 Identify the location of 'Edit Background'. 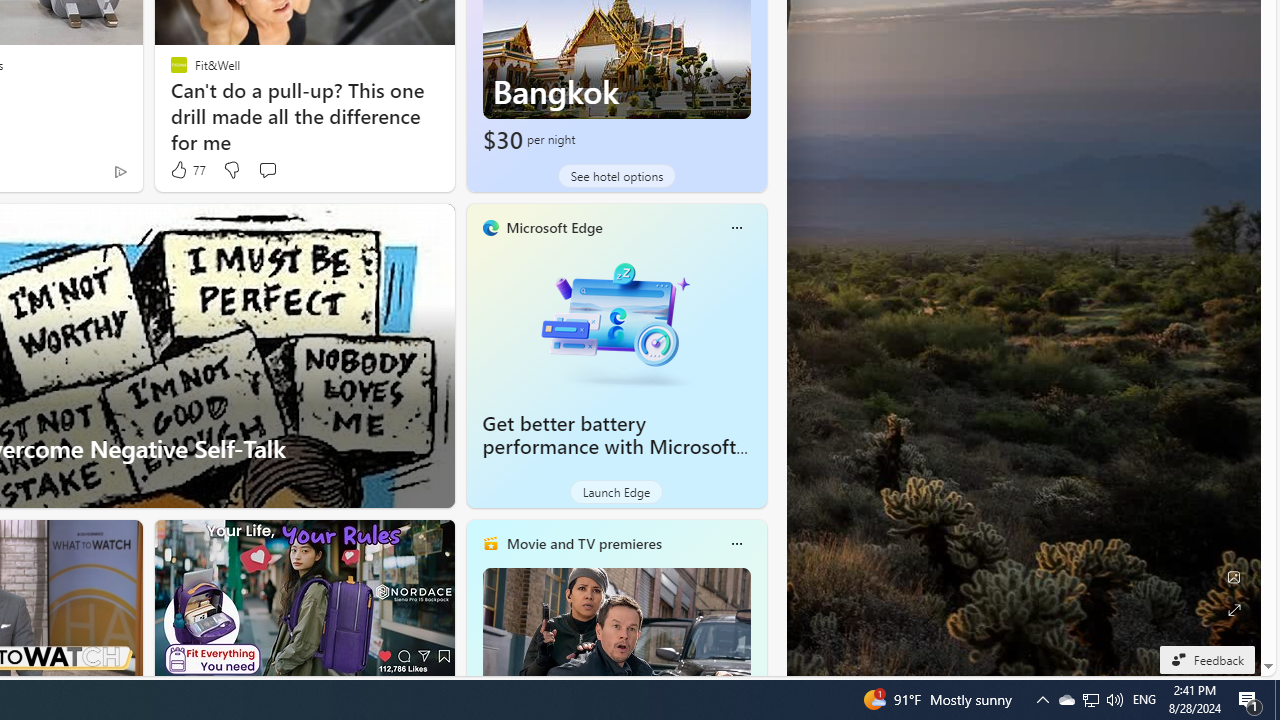
(1232, 577).